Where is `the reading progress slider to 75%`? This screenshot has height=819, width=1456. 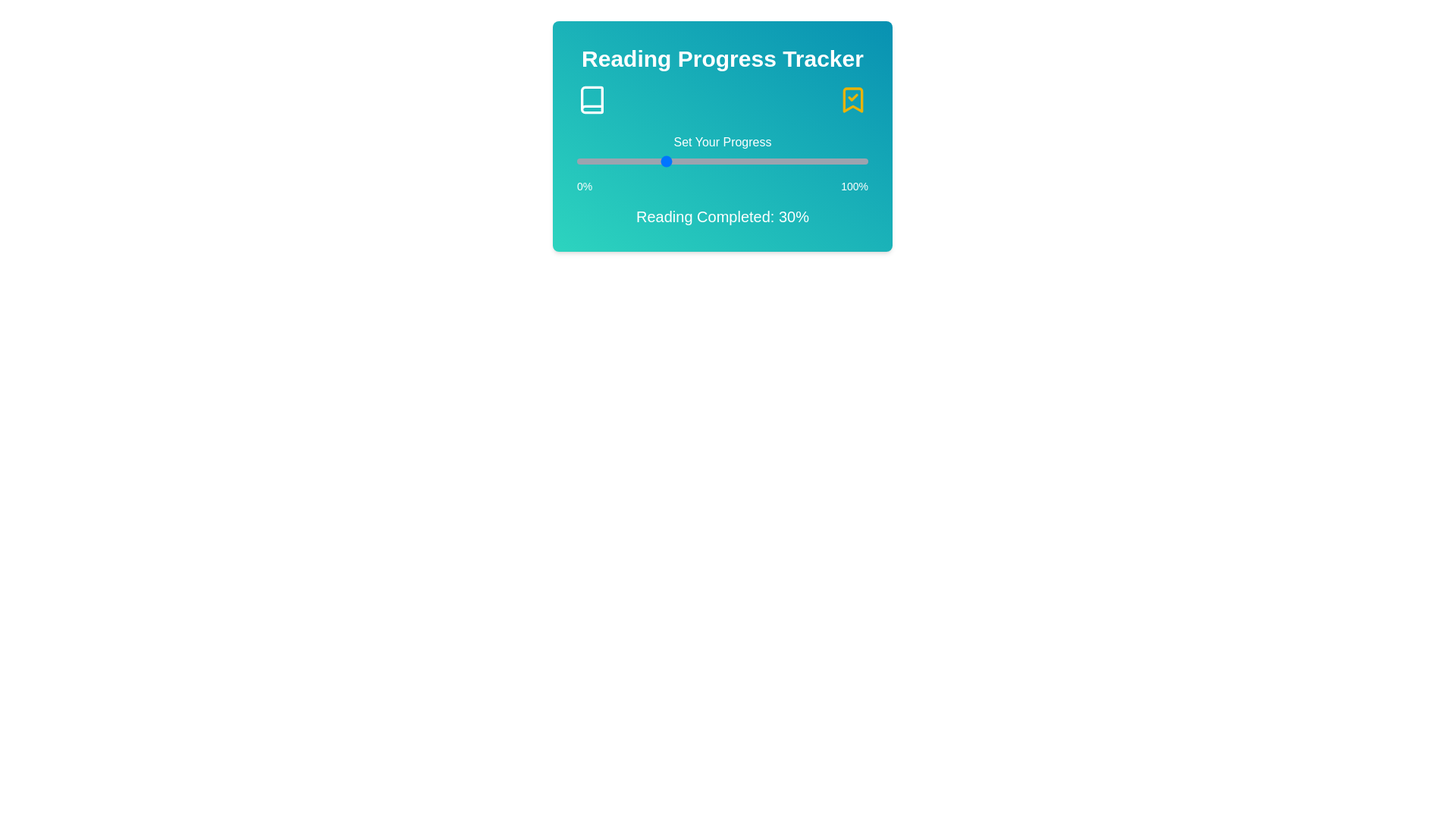
the reading progress slider to 75% is located at coordinates (795, 161).